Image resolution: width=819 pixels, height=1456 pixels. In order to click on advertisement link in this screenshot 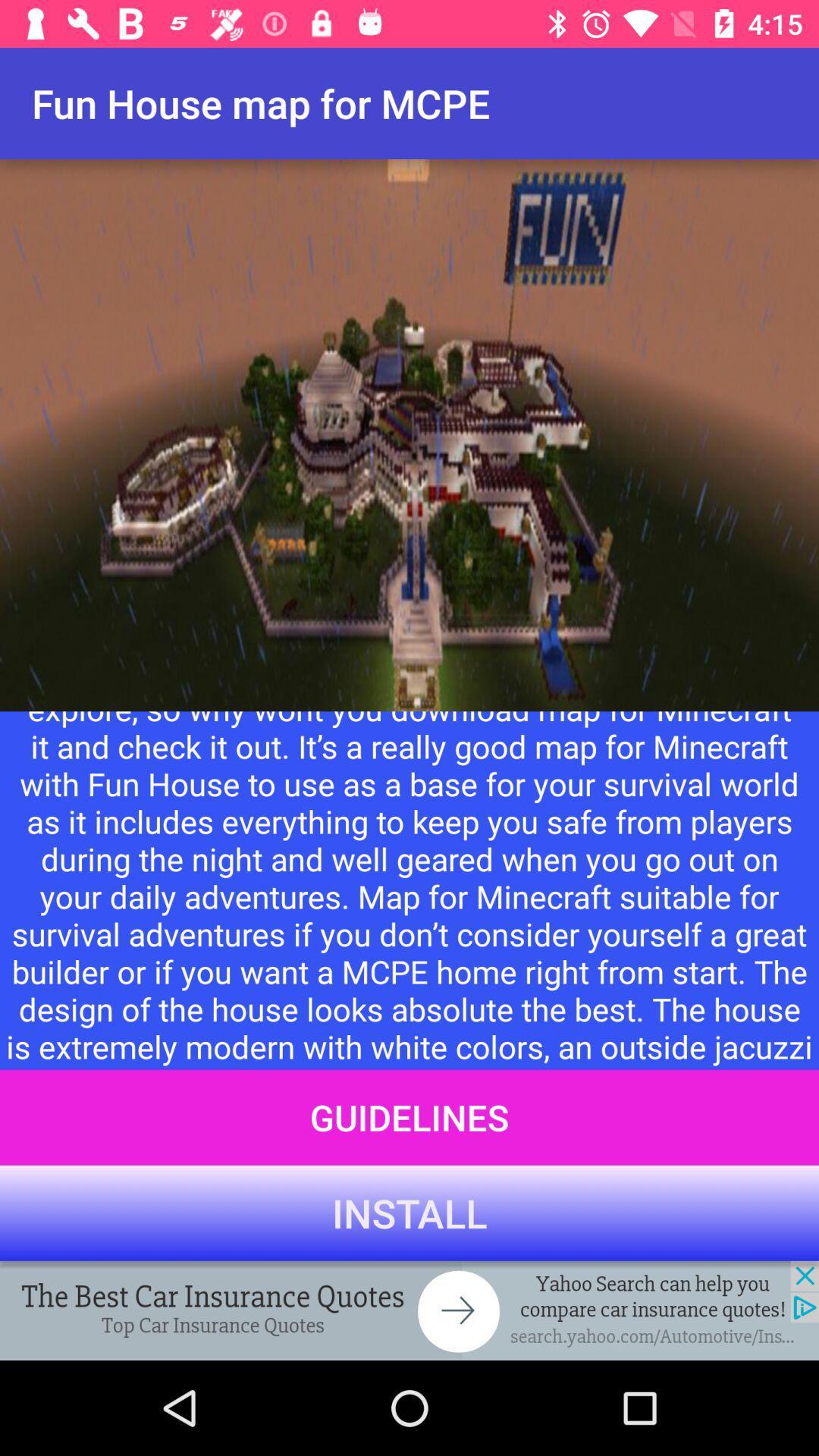, I will do `click(409, 1310)`.